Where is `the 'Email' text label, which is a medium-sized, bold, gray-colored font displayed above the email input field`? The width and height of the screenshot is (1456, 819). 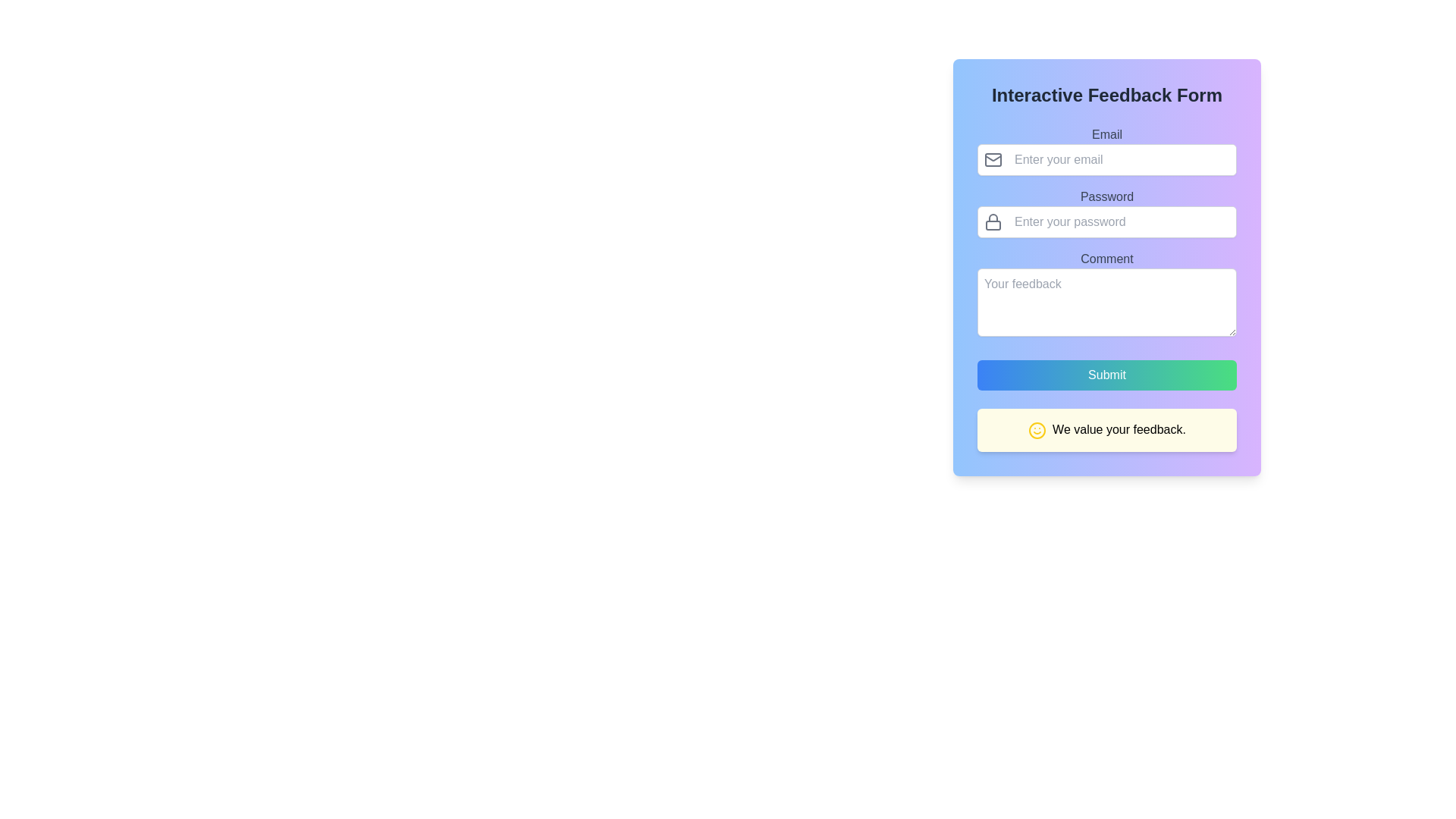 the 'Email' text label, which is a medium-sized, bold, gray-colored font displayed above the email input field is located at coordinates (1106, 133).